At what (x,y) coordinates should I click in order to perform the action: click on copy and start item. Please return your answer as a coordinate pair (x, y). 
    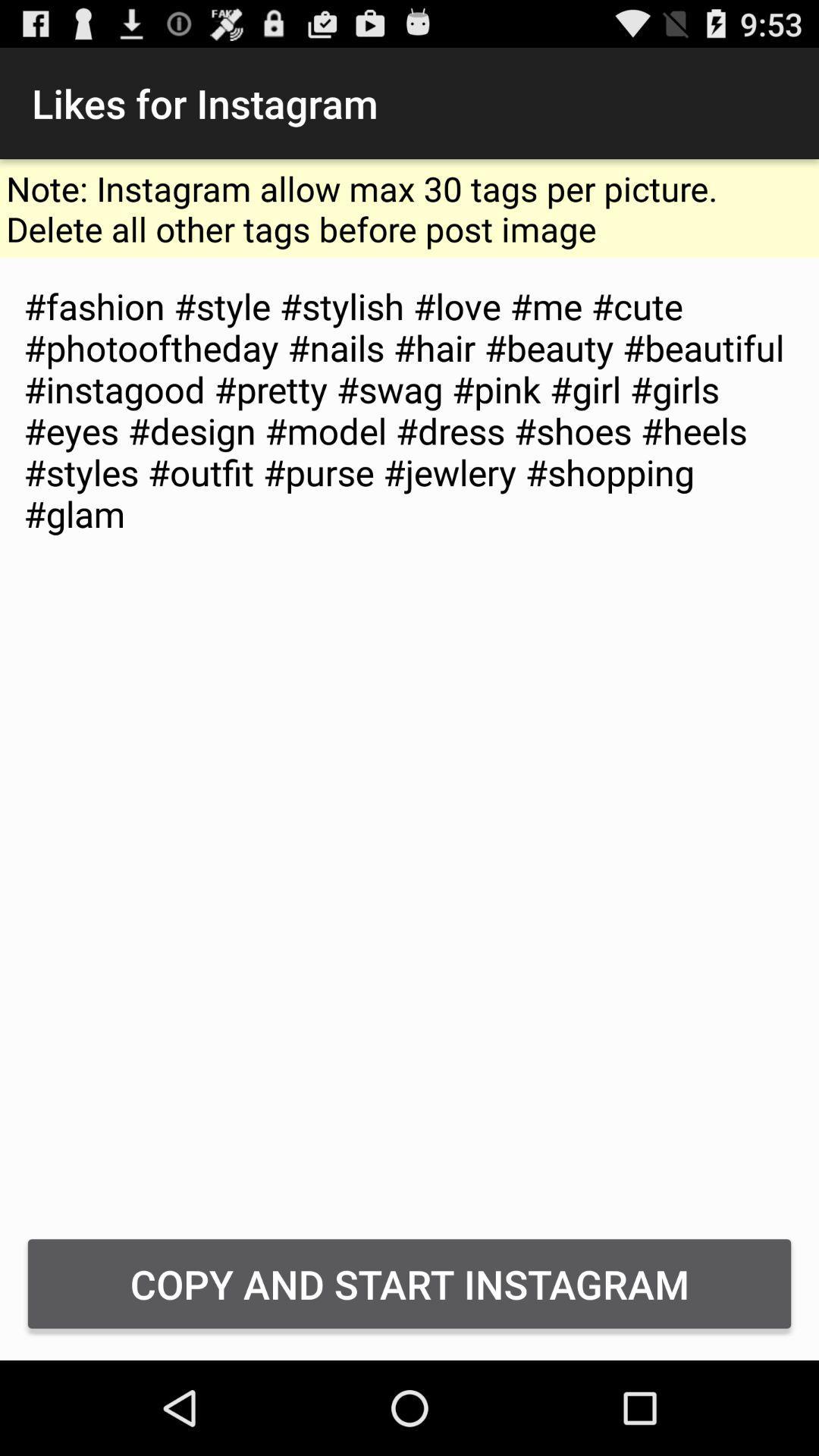
    Looking at the image, I should click on (409, 1283).